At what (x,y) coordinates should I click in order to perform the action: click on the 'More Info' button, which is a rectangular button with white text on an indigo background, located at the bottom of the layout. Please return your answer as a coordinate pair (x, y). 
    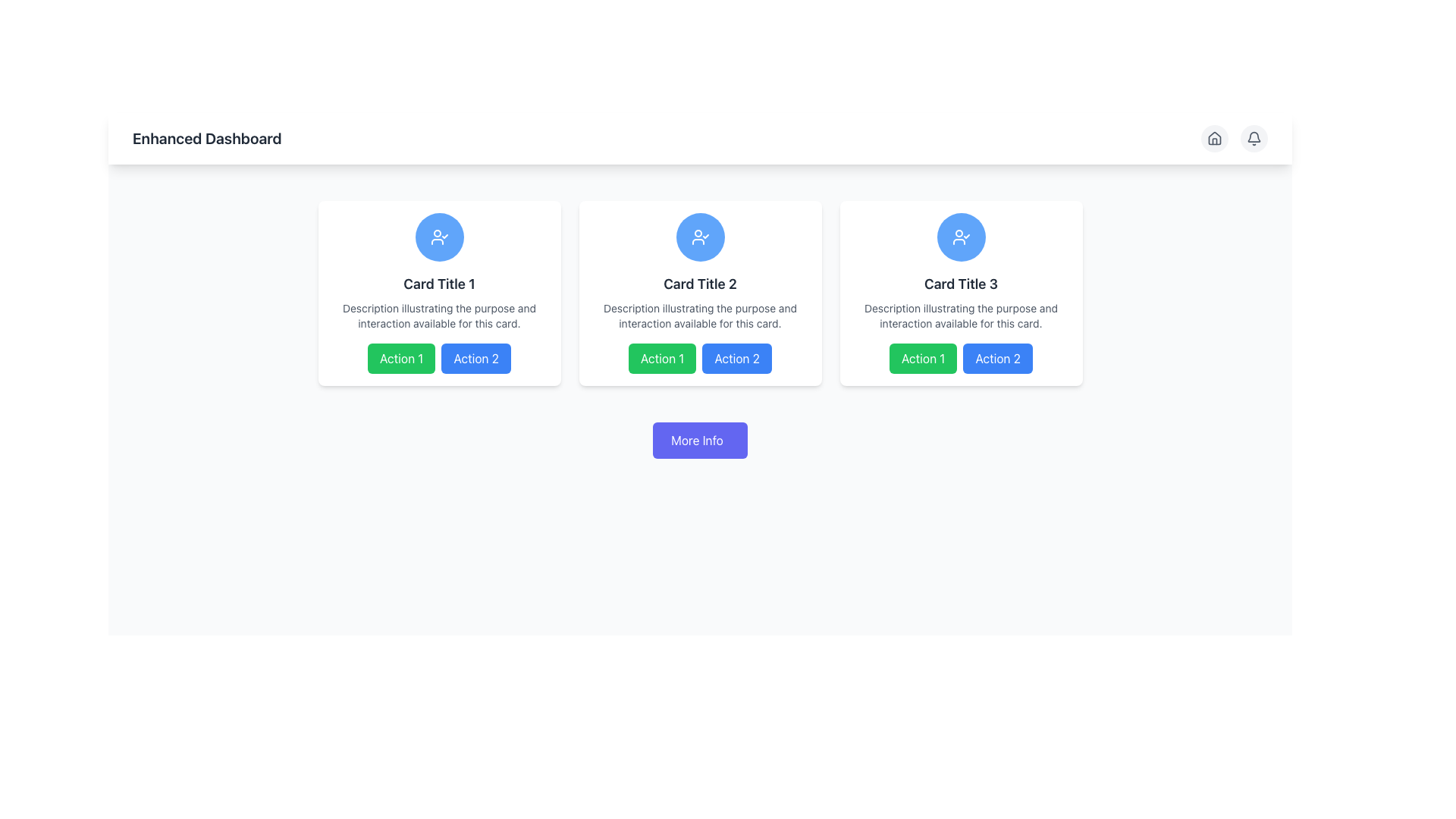
    Looking at the image, I should click on (698, 441).